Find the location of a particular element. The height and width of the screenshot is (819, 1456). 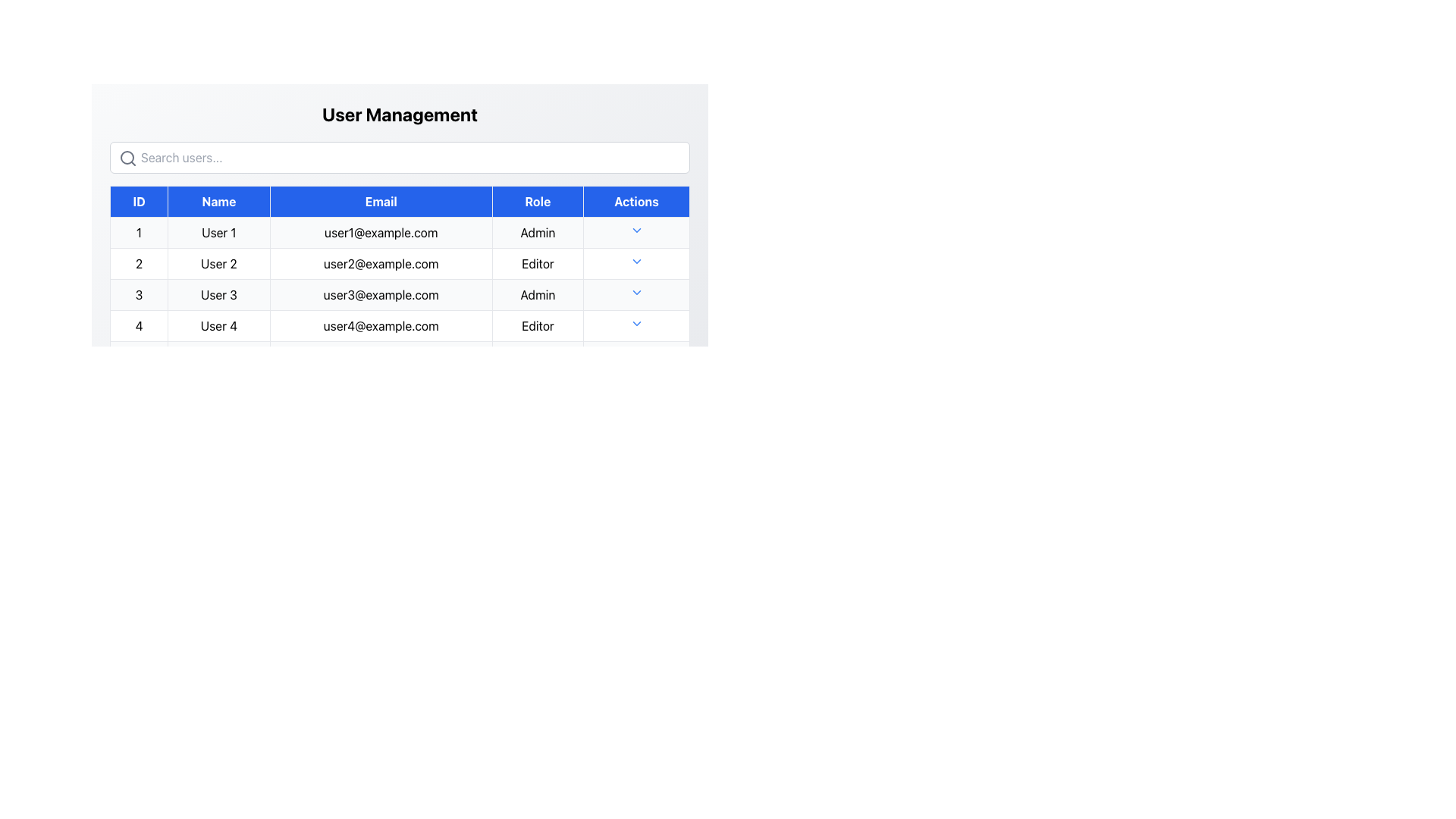

the Icon Button located at the bottom-most row of the table under the 'Actions' column, which serves as an interactive dropdown trigger is located at coordinates (636, 323).